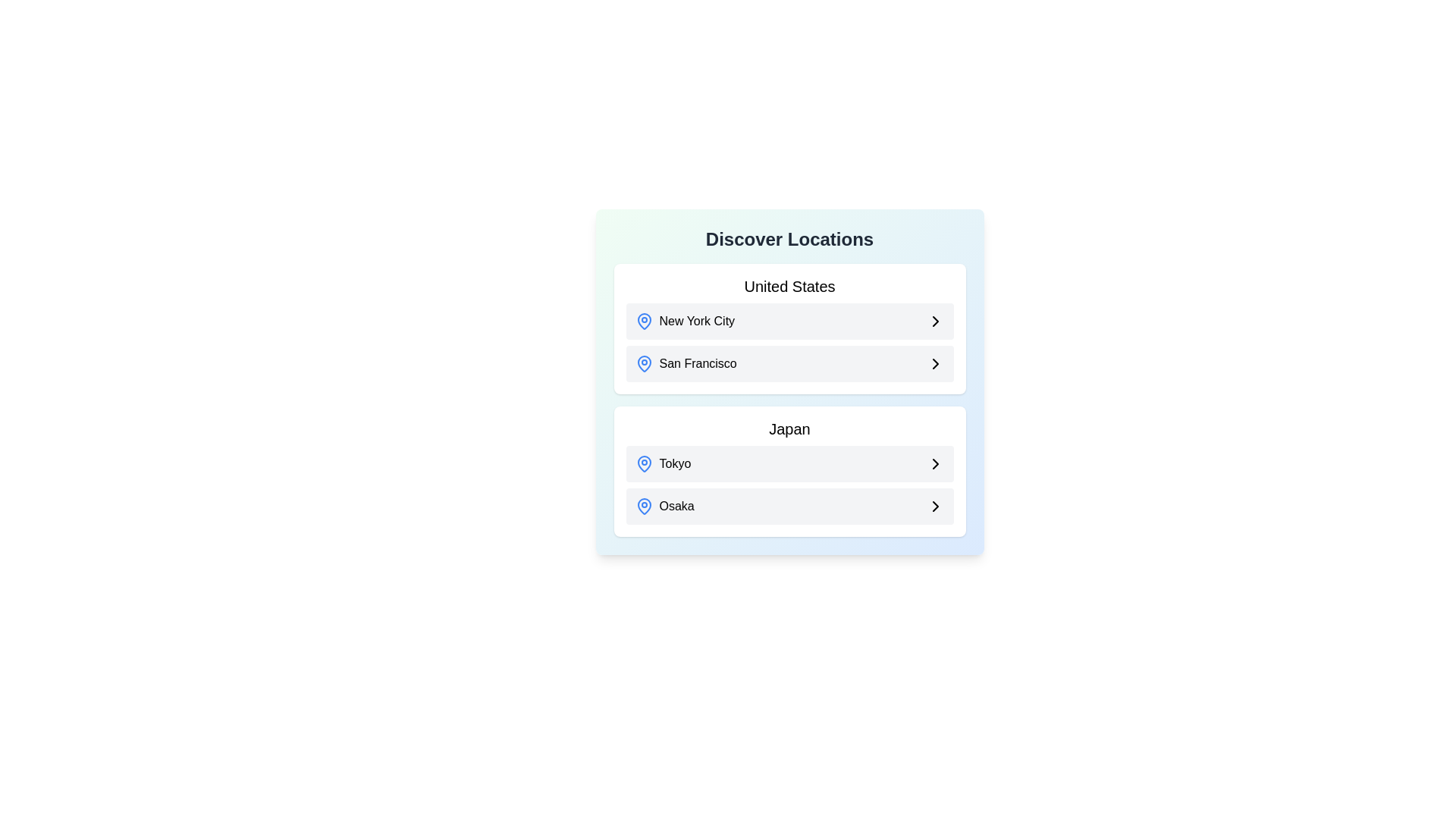 This screenshot has width=1456, height=819. Describe the element at coordinates (934, 363) in the screenshot. I see `the black arrow icon pointing right located at the far-right side of the 'San Francisco' button in the 'Discover Locations' list` at that location.